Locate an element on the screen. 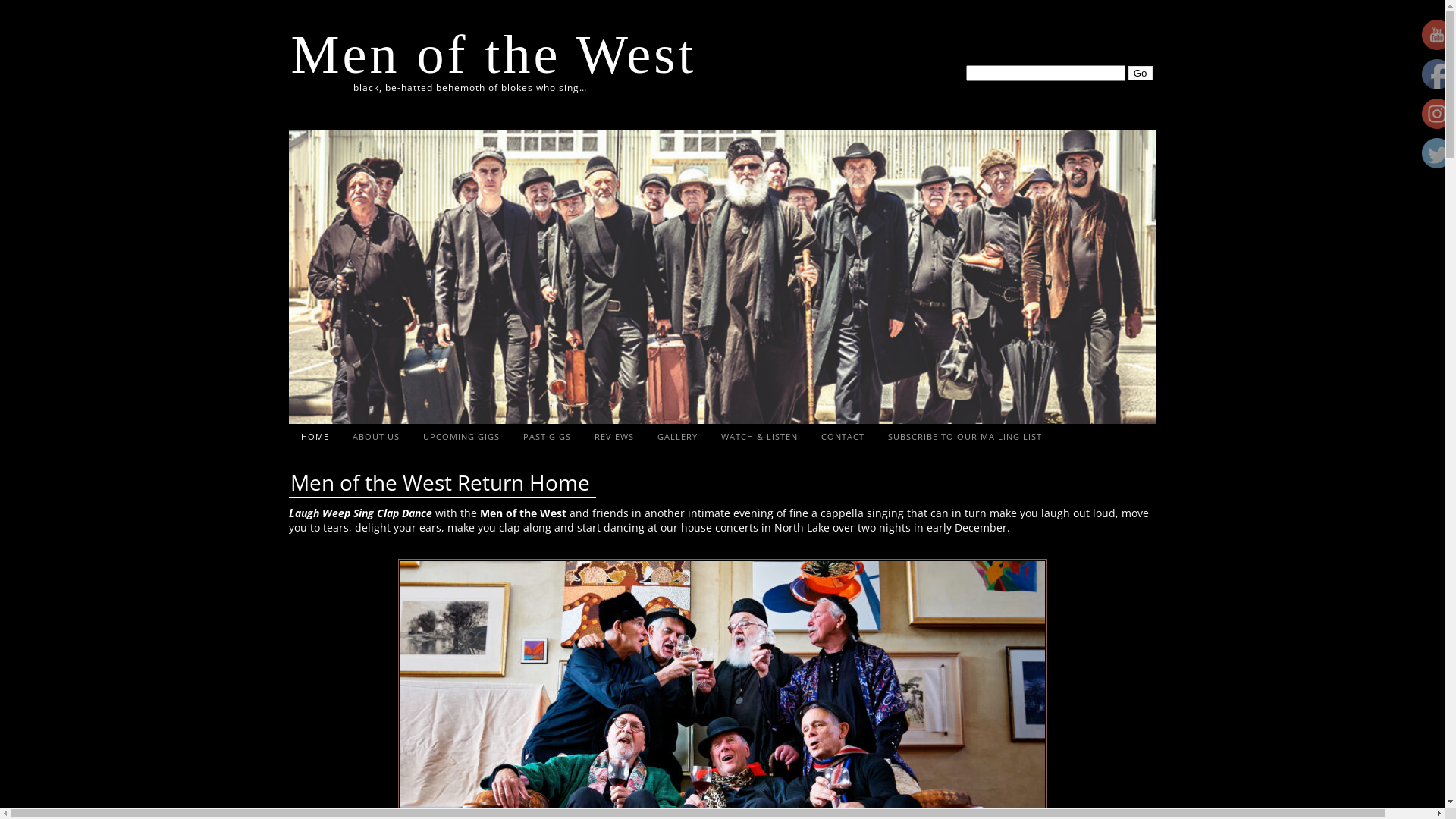 This screenshot has width=1456, height=819. 'ABOUT US' is located at coordinates (376, 435).